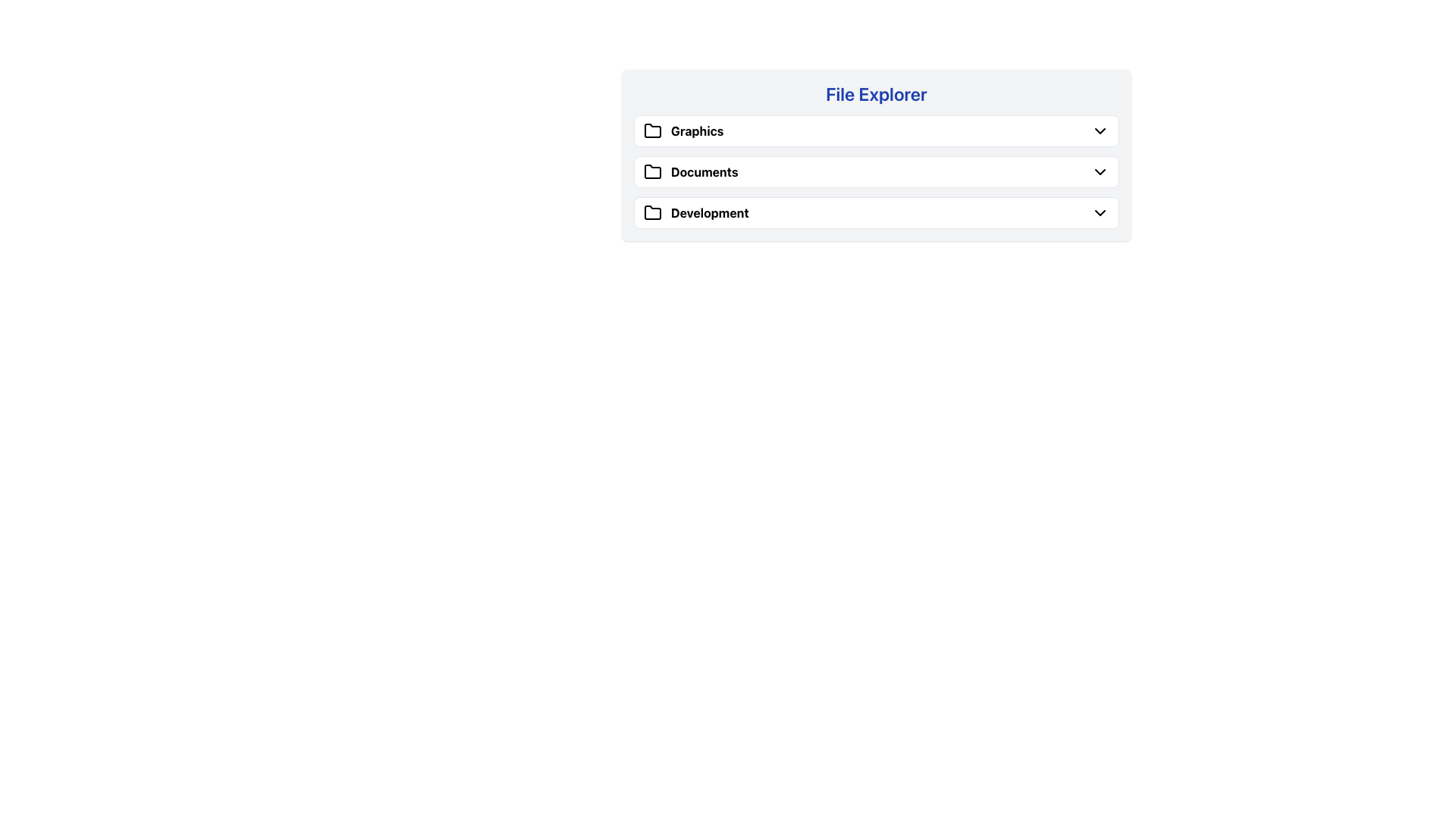 This screenshot has height=819, width=1456. Describe the element at coordinates (704, 171) in the screenshot. I see `the 'Documents' Text Label` at that location.